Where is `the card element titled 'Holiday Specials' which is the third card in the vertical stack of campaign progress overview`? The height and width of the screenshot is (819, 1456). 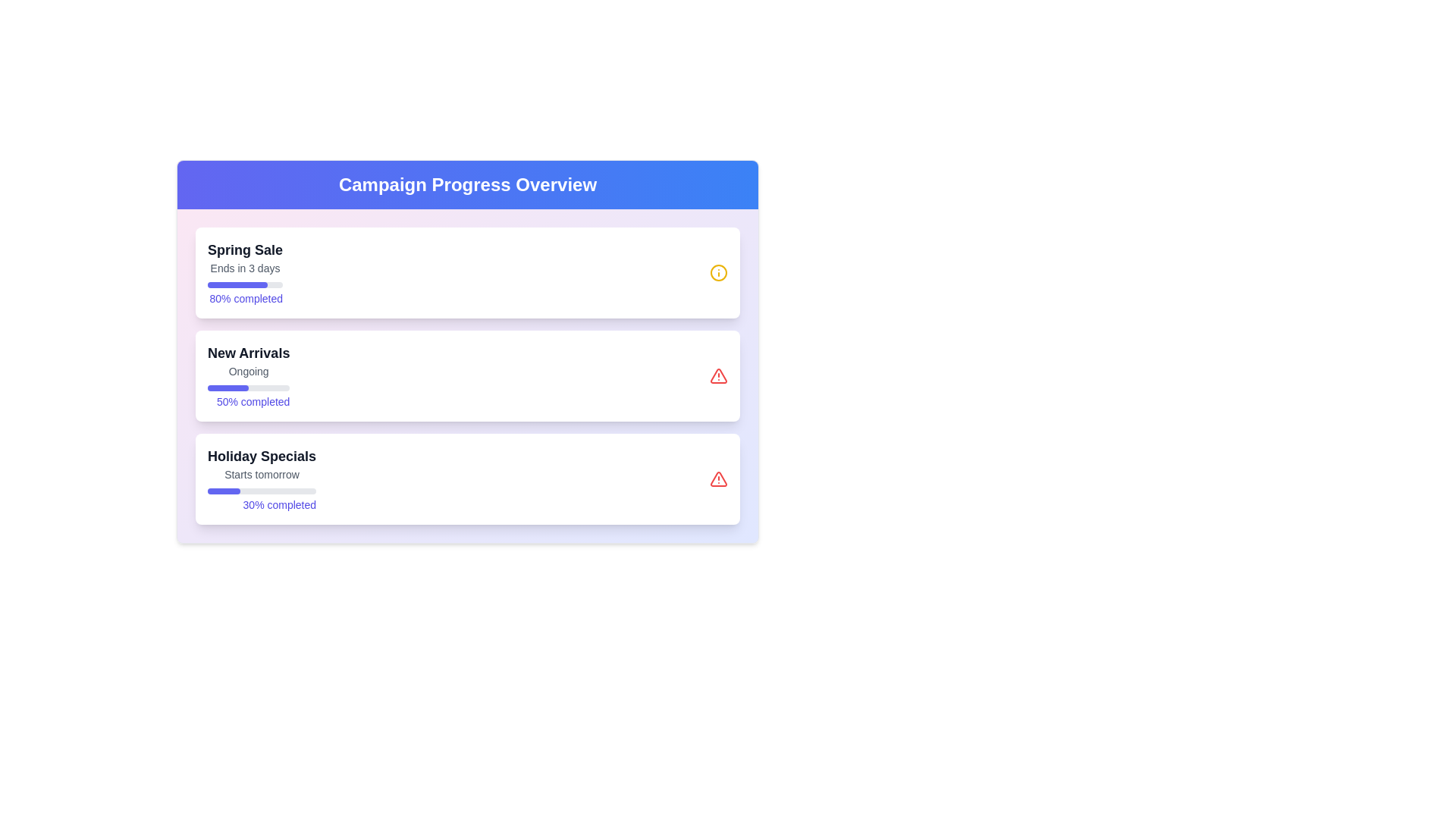
the card element titled 'Holiday Specials' which is the third card in the vertical stack of campaign progress overview is located at coordinates (467, 479).